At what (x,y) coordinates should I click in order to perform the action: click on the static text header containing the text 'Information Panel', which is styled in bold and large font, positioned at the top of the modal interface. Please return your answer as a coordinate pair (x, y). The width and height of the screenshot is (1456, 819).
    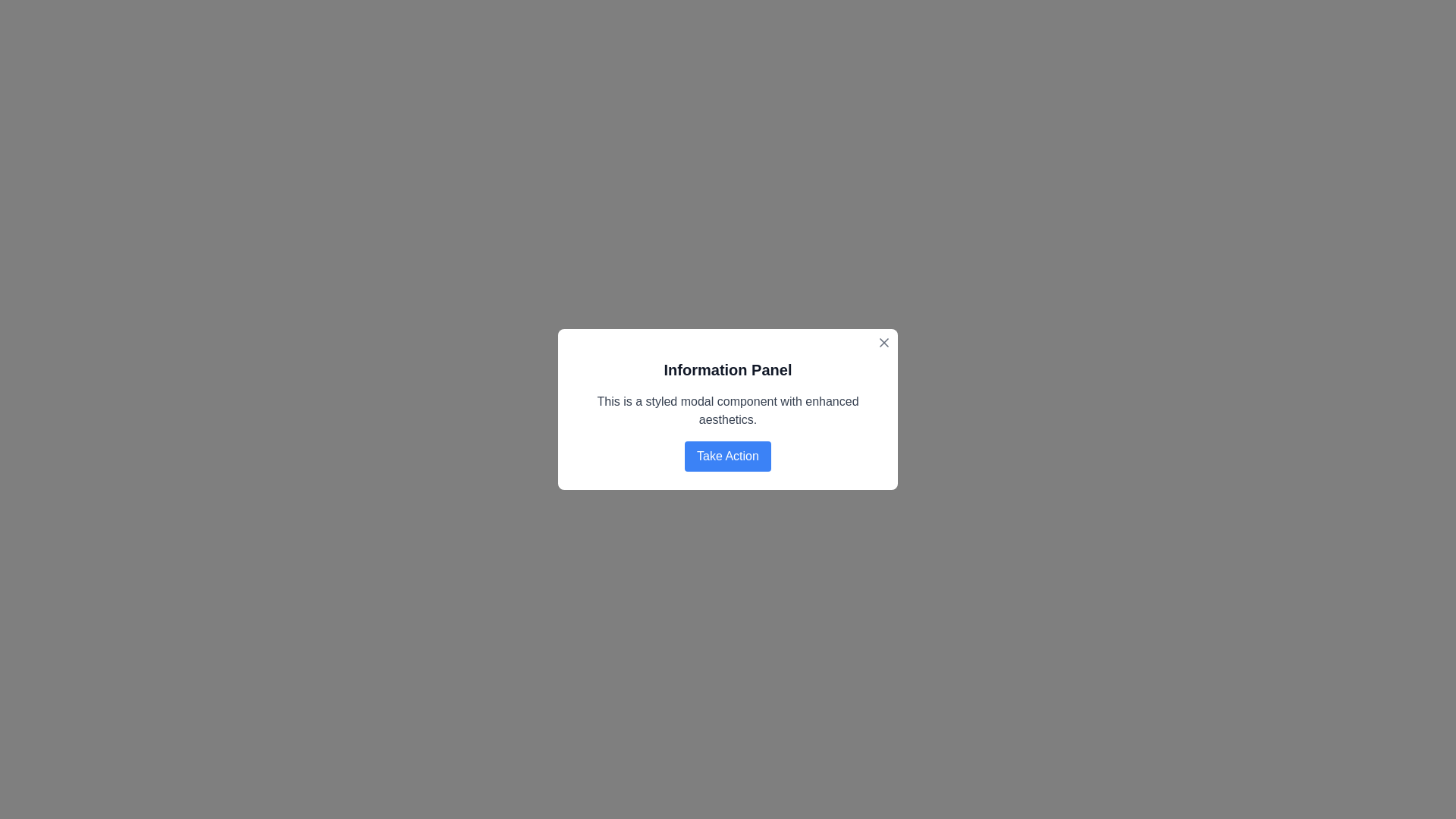
    Looking at the image, I should click on (728, 370).